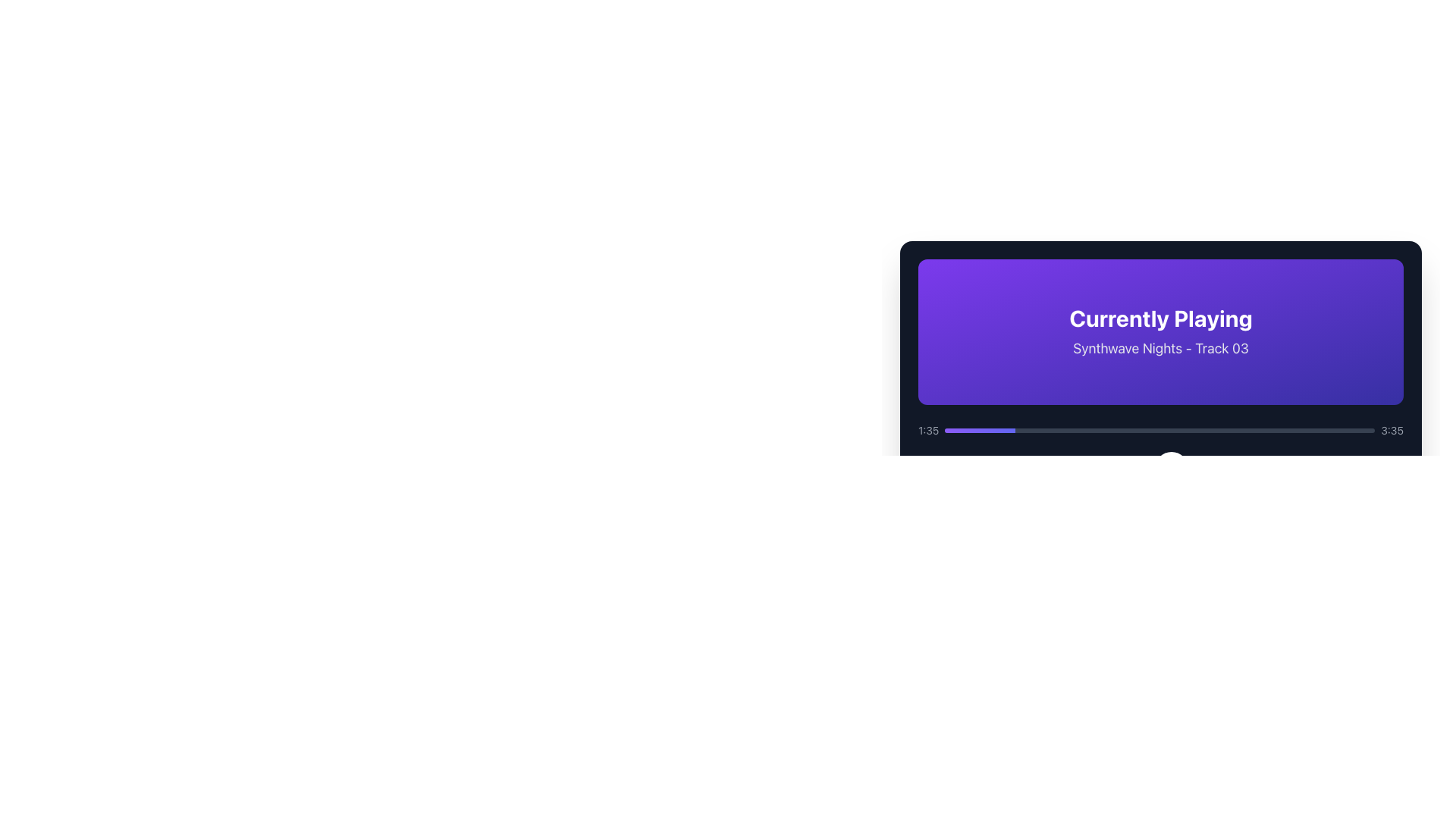 Image resolution: width=1456 pixels, height=819 pixels. What do you see at coordinates (1160, 454) in the screenshot?
I see `the progress bar located below the 'Currently Playing' section` at bounding box center [1160, 454].